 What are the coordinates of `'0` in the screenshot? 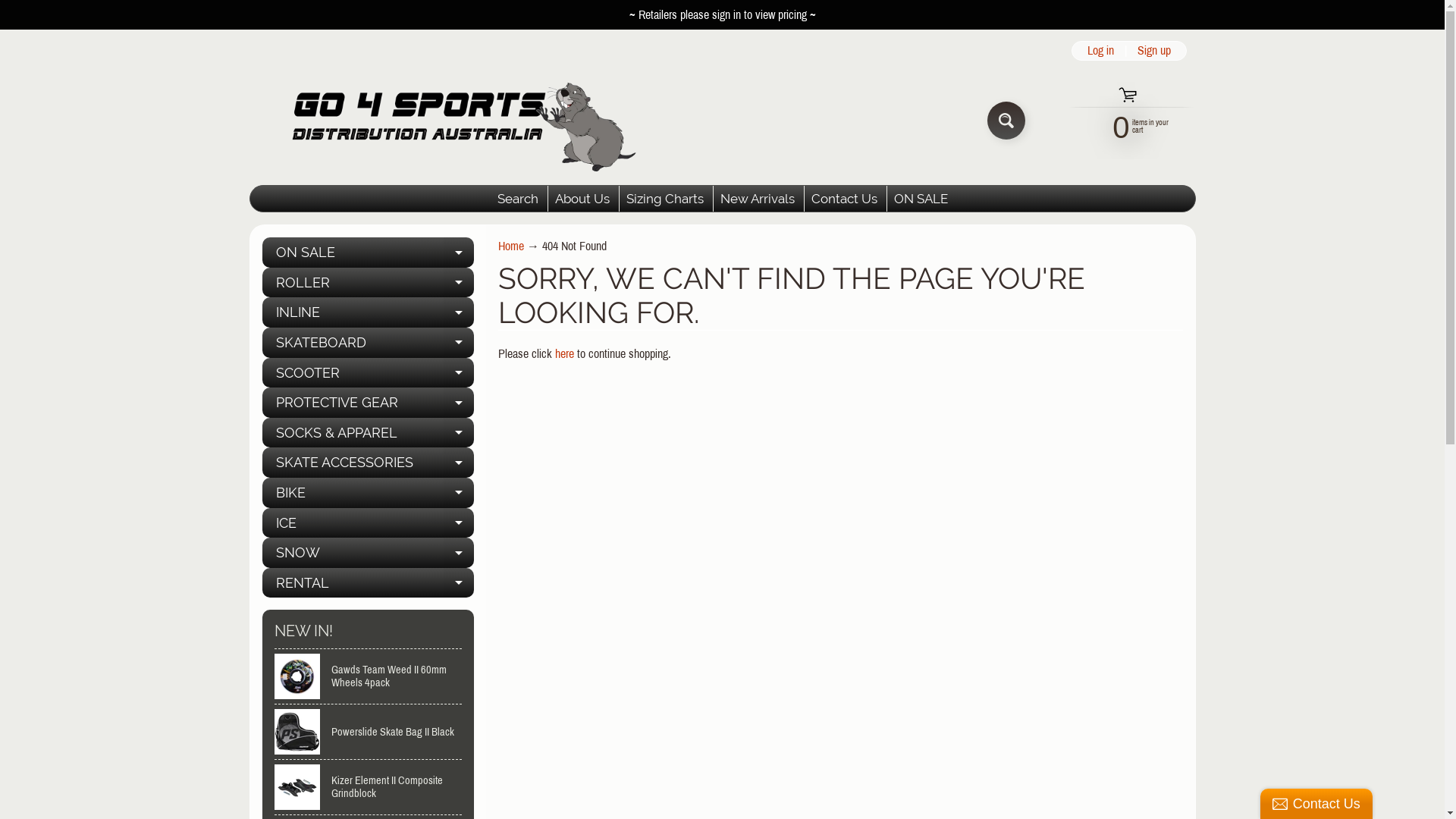 It's located at (1122, 124).